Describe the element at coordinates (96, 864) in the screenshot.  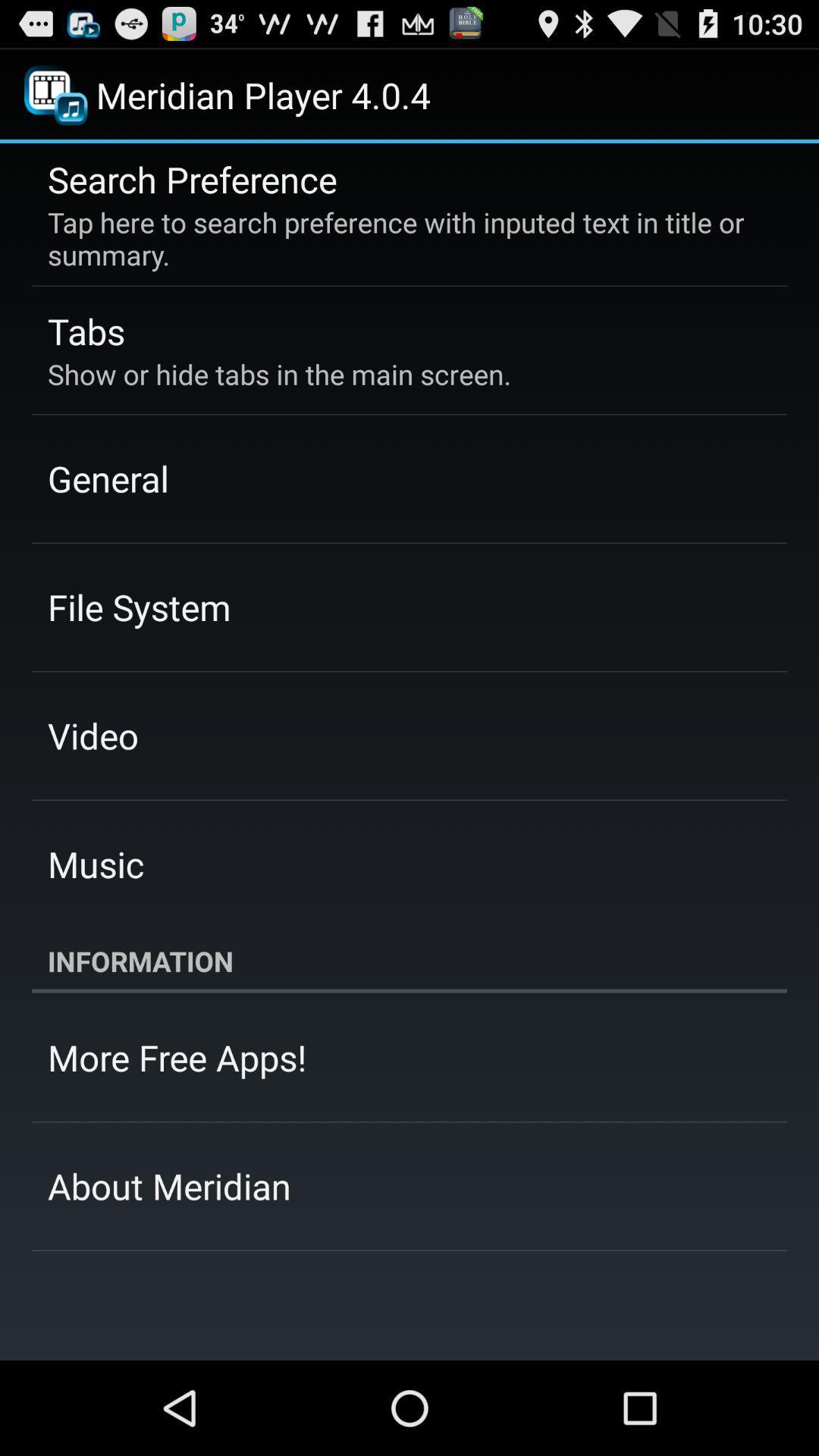
I see `the item below video app` at that location.